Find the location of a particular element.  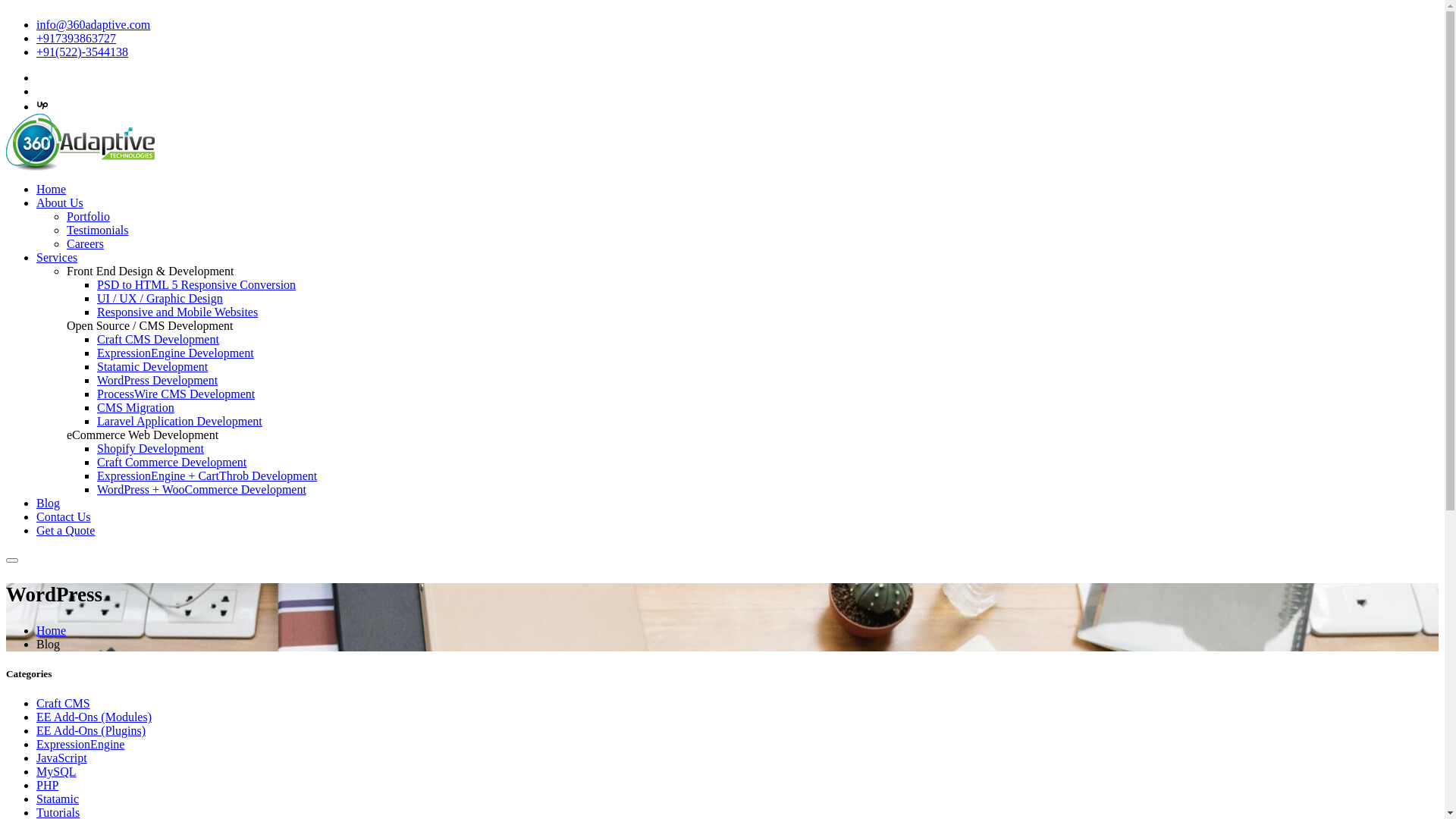

'EE Add-Ons (Modules)' is located at coordinates (36, 717).